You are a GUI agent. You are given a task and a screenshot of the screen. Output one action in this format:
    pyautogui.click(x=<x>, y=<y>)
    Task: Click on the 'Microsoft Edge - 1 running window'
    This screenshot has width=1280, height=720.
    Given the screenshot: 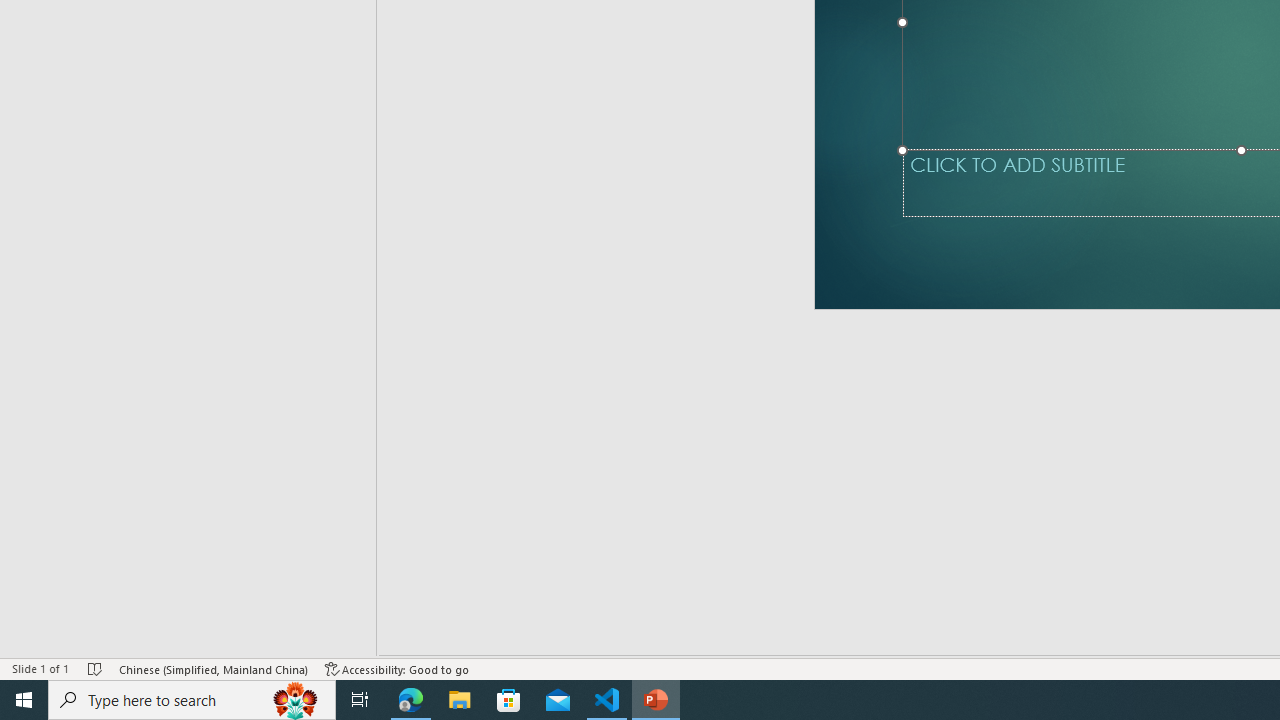 What is the action you would take?
    pyautogui.click(x=410, y=698)
    